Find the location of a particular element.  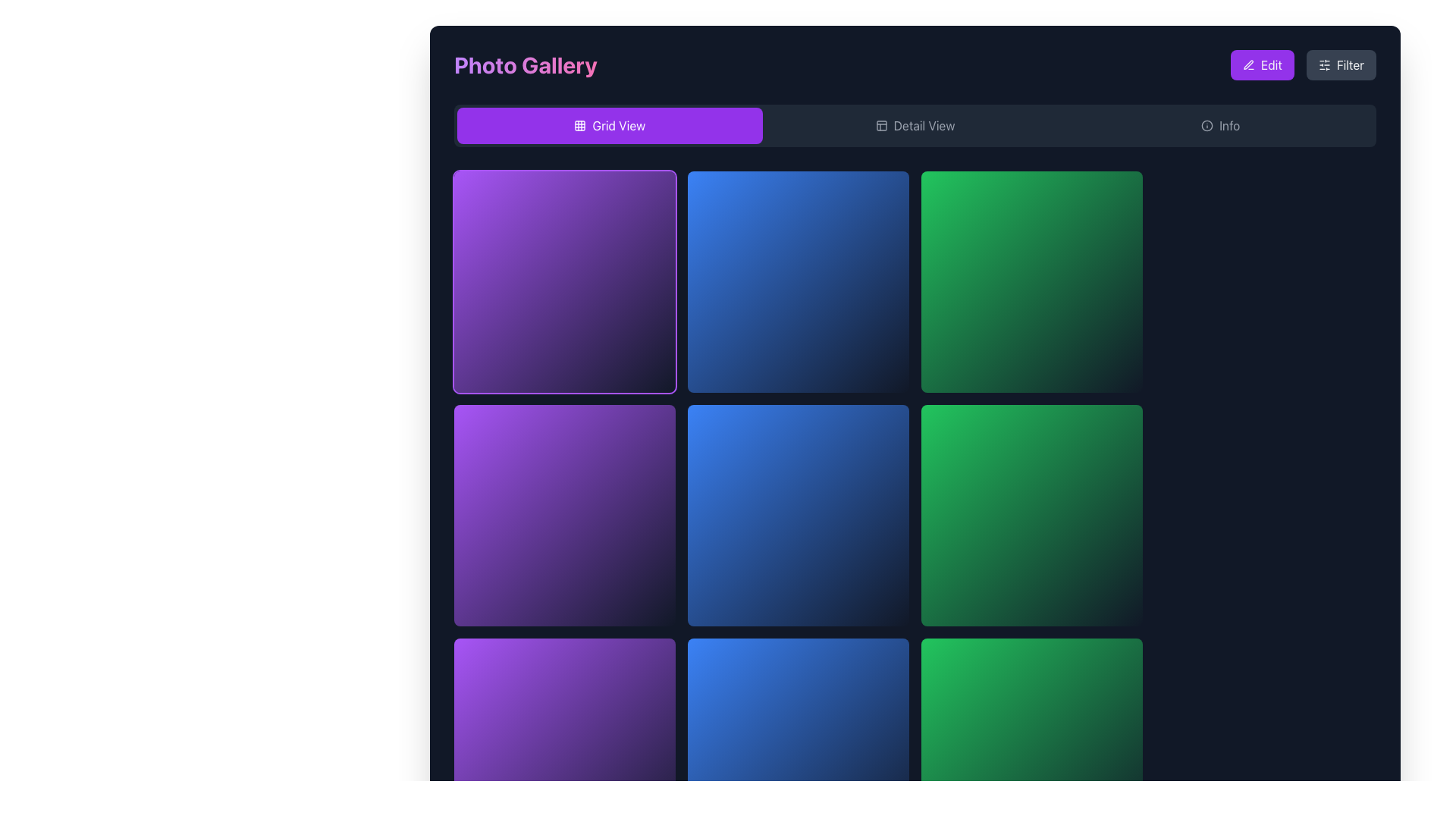

text from the 'Info' label, which is light gray on a dark background, located near the top right of the interface is located at coordinates (1229, 124).